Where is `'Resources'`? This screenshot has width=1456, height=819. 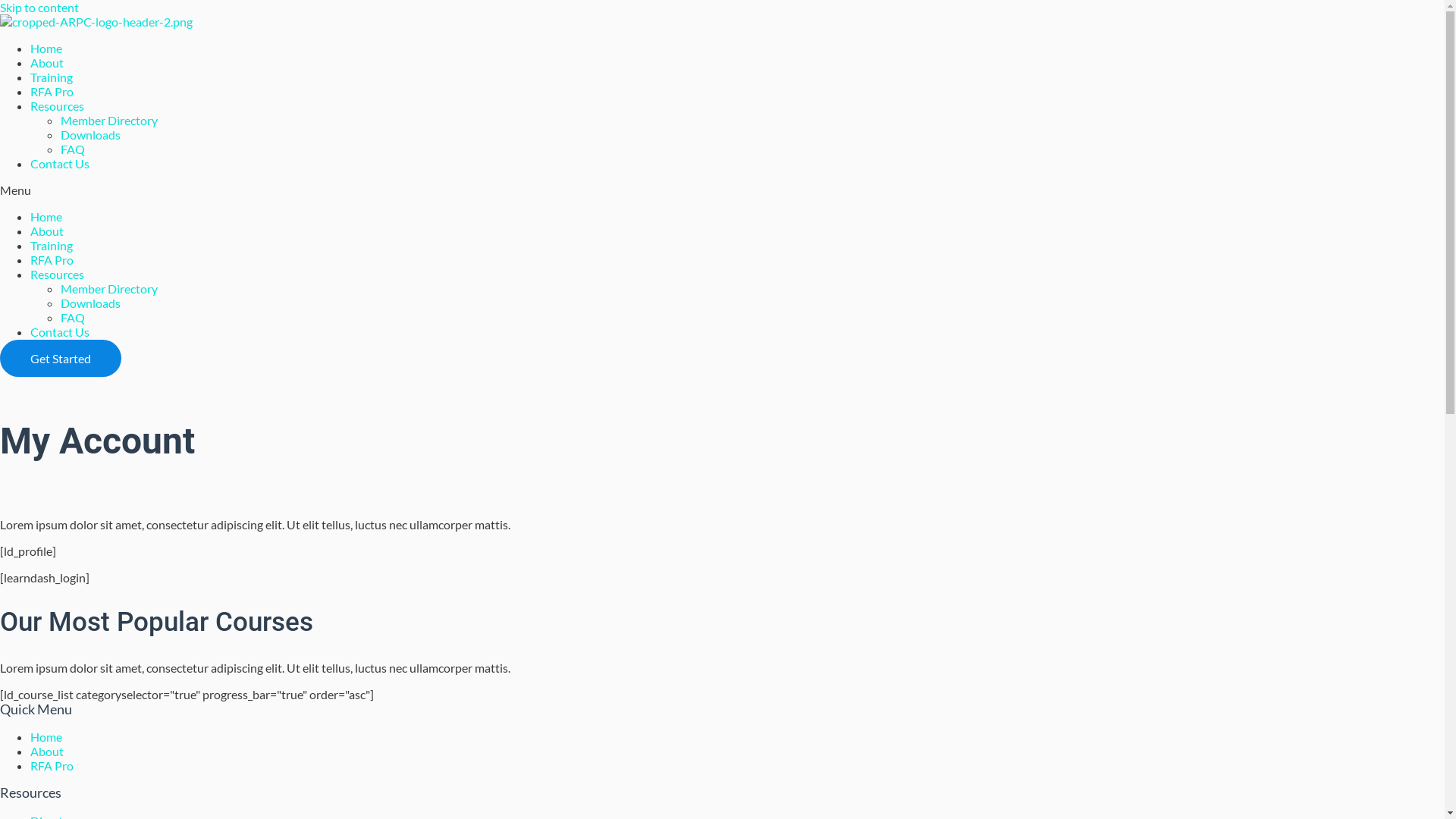 'Resources' is located at coordinates (57, 274).